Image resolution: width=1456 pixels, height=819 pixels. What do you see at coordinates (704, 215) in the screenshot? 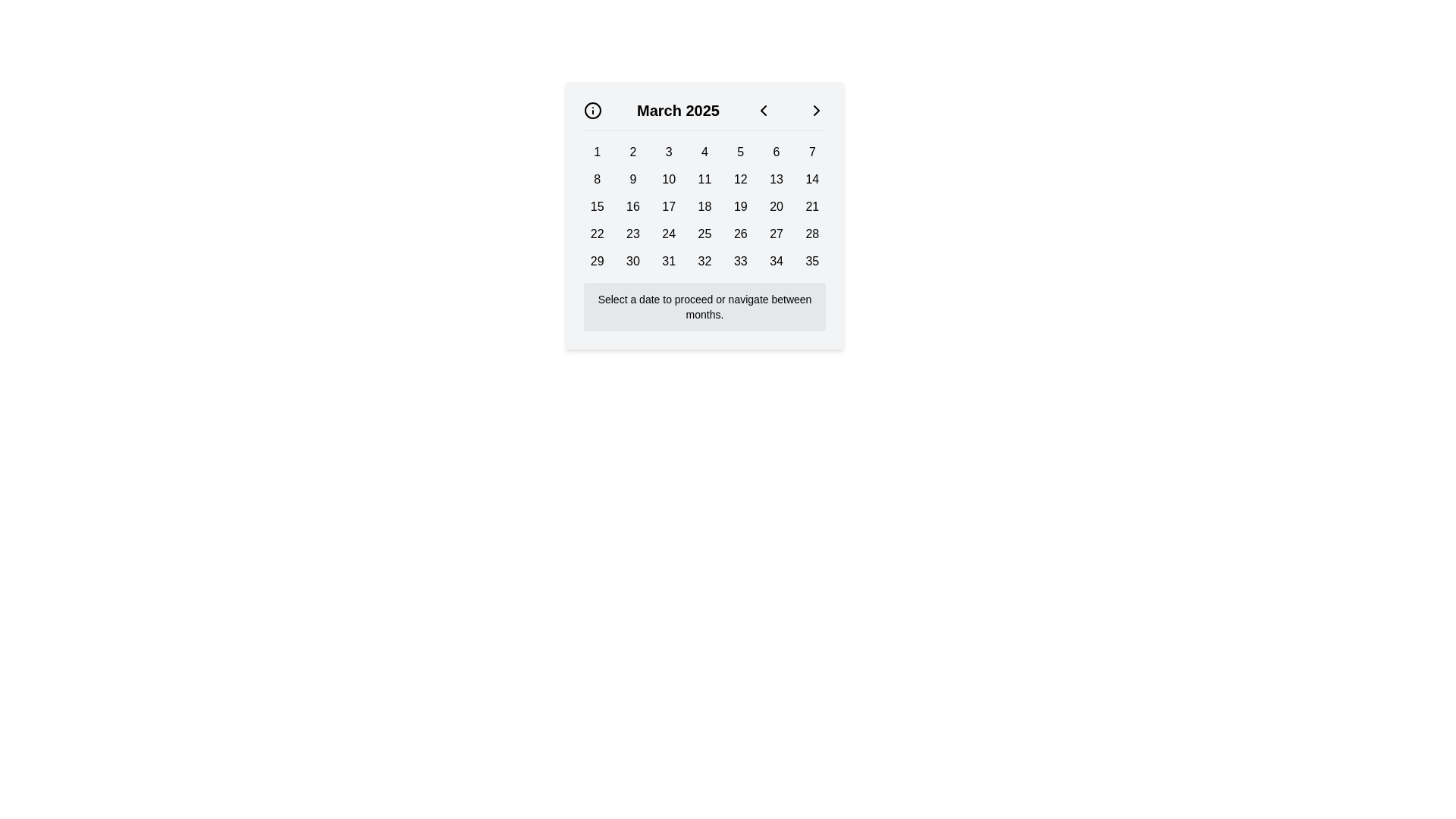
I see `a specific day in the Calendar component` at bounding box center [704, 215].